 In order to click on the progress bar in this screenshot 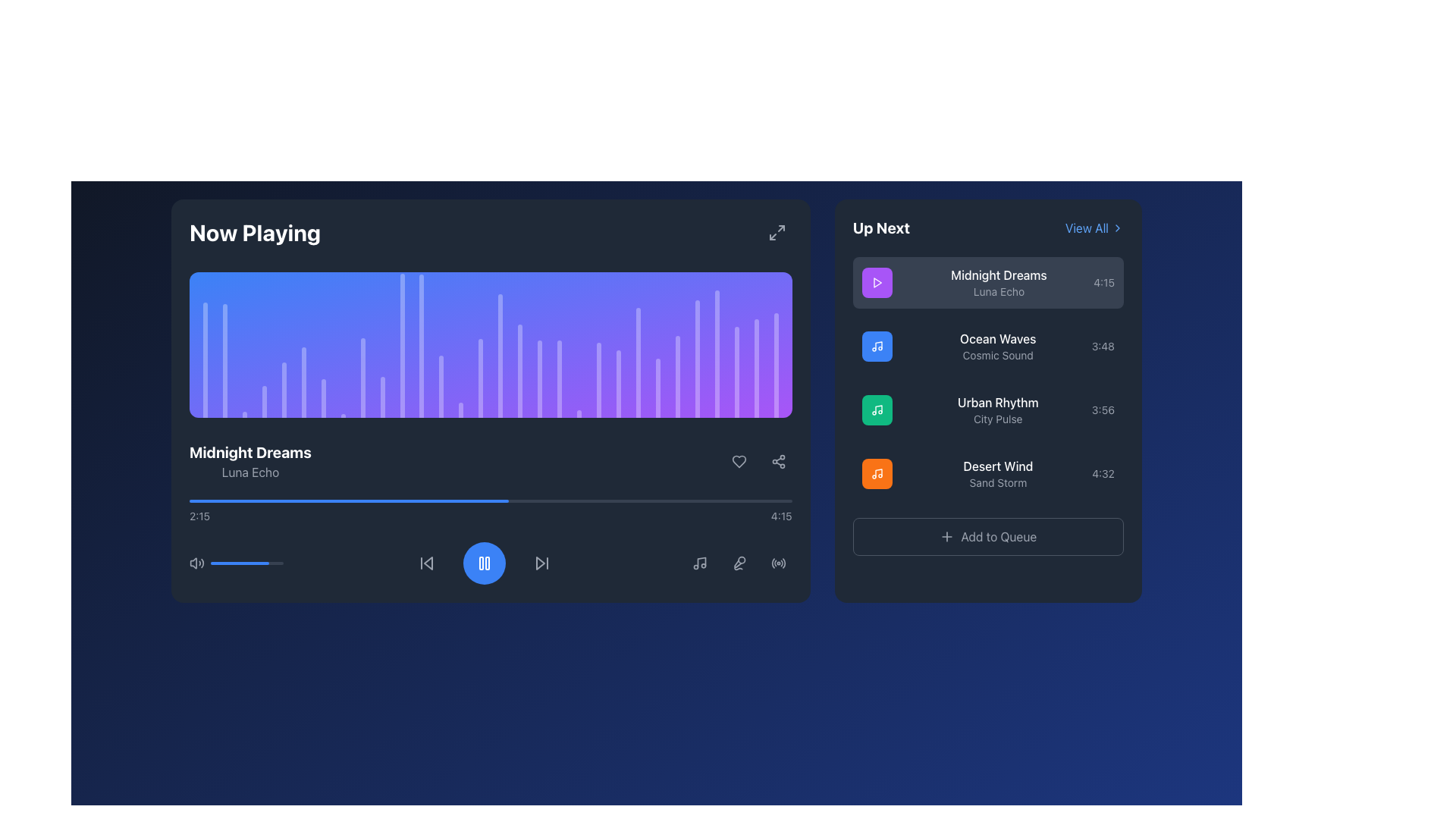, I will do `click(315, 500)`.